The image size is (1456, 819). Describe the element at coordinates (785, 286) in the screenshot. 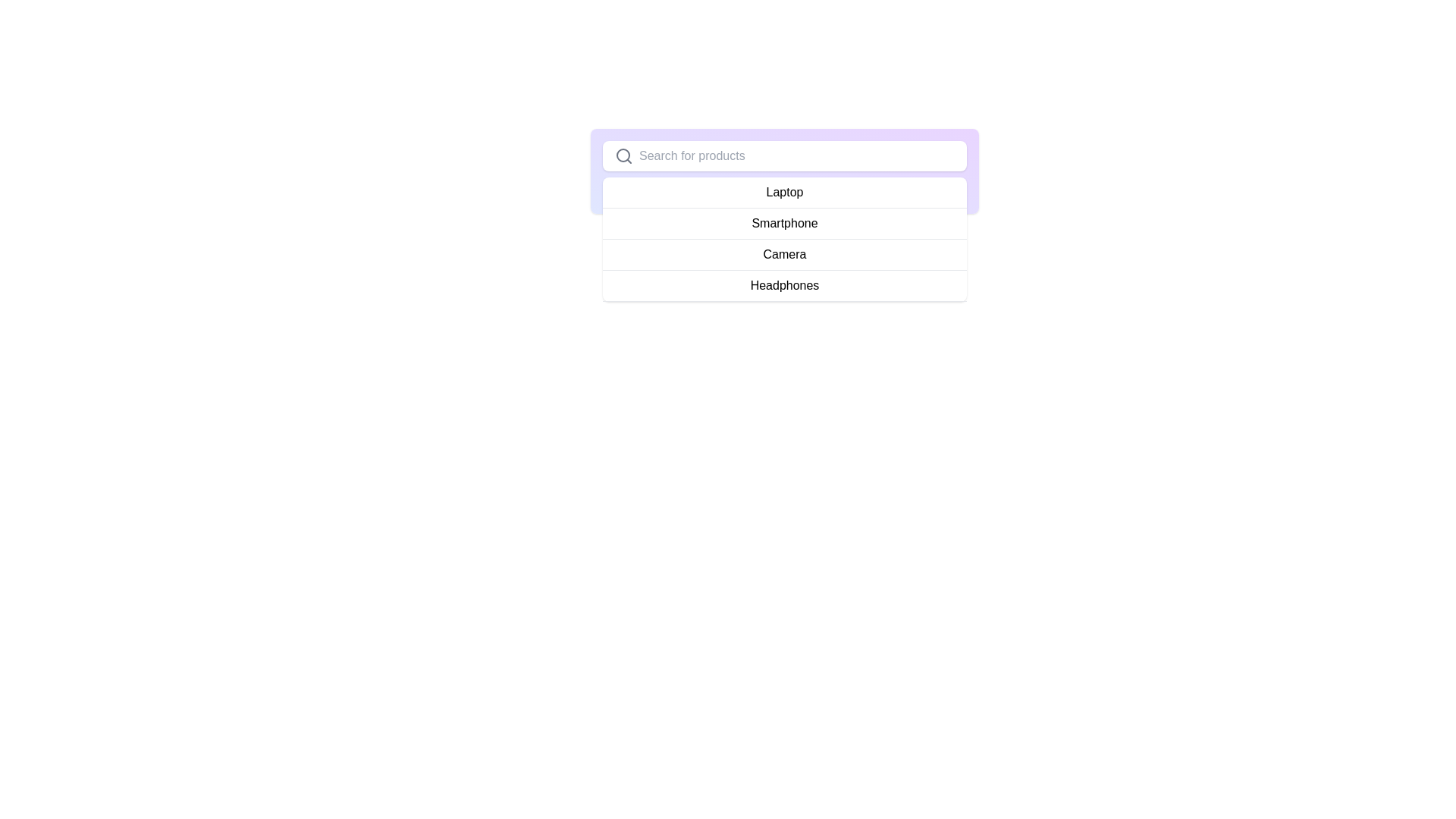

I see `the fourth item in the dropdown list` at that location.